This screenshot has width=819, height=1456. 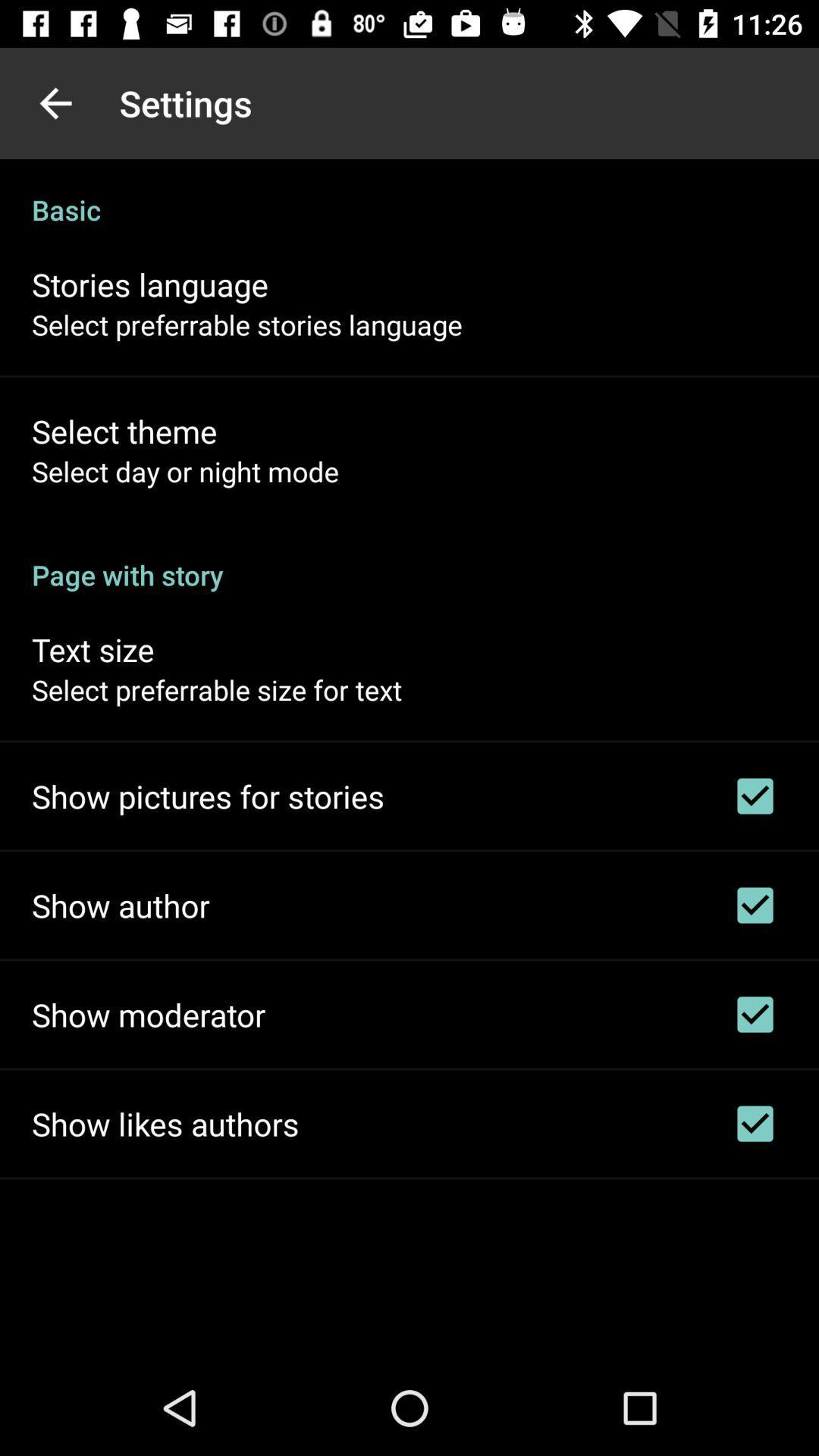 What do you see at coordinates (120, 905) in the screenshot?
I see `show author item` at bounding box center [120, 905].